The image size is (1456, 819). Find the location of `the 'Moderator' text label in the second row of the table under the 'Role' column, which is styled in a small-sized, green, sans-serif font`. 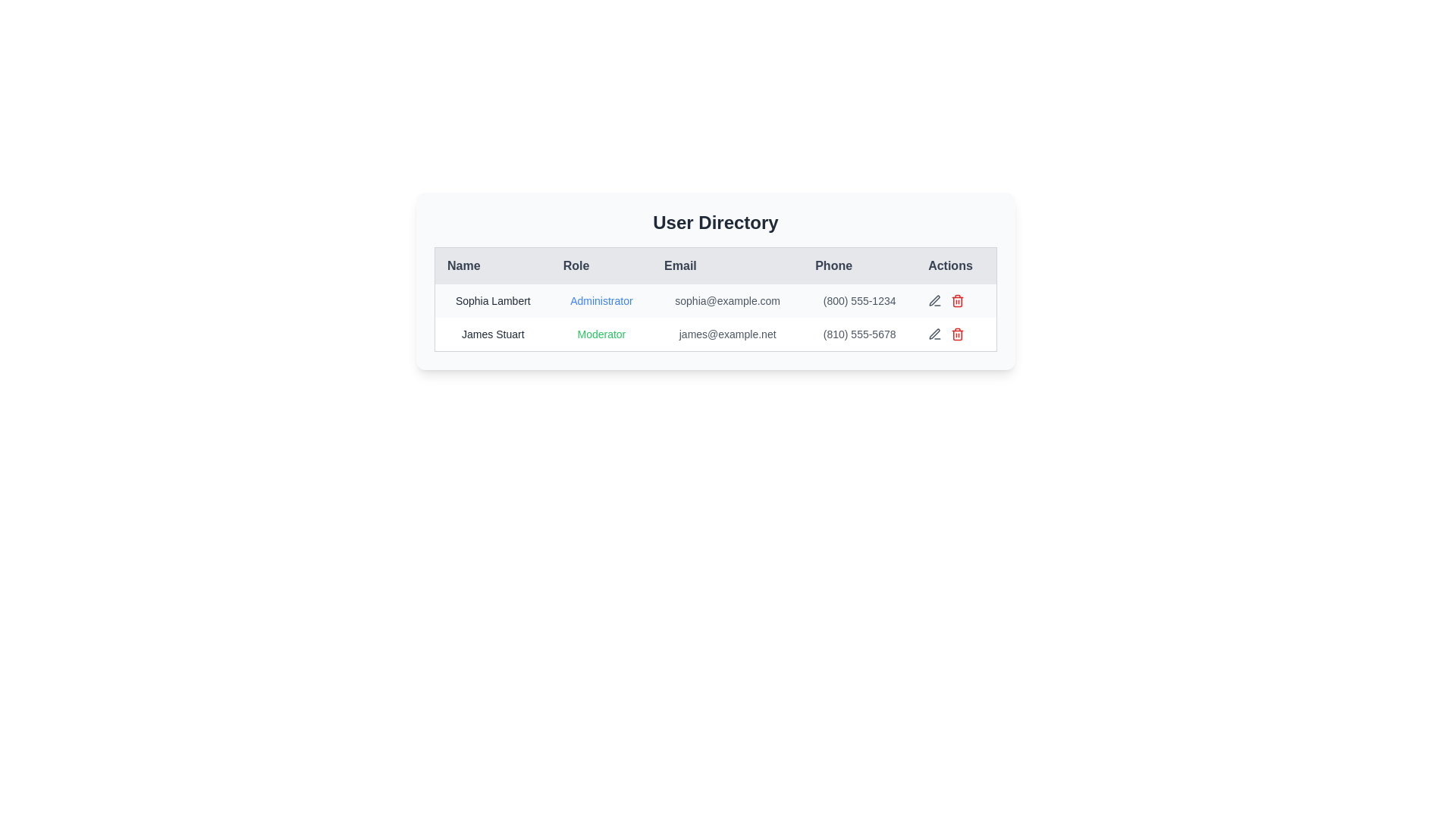

the 'Moderator' text label in the second row of the table under the 'Role' column, which is styled in a small-sized, green, sans-serif font is located at coordinates (601, 334).